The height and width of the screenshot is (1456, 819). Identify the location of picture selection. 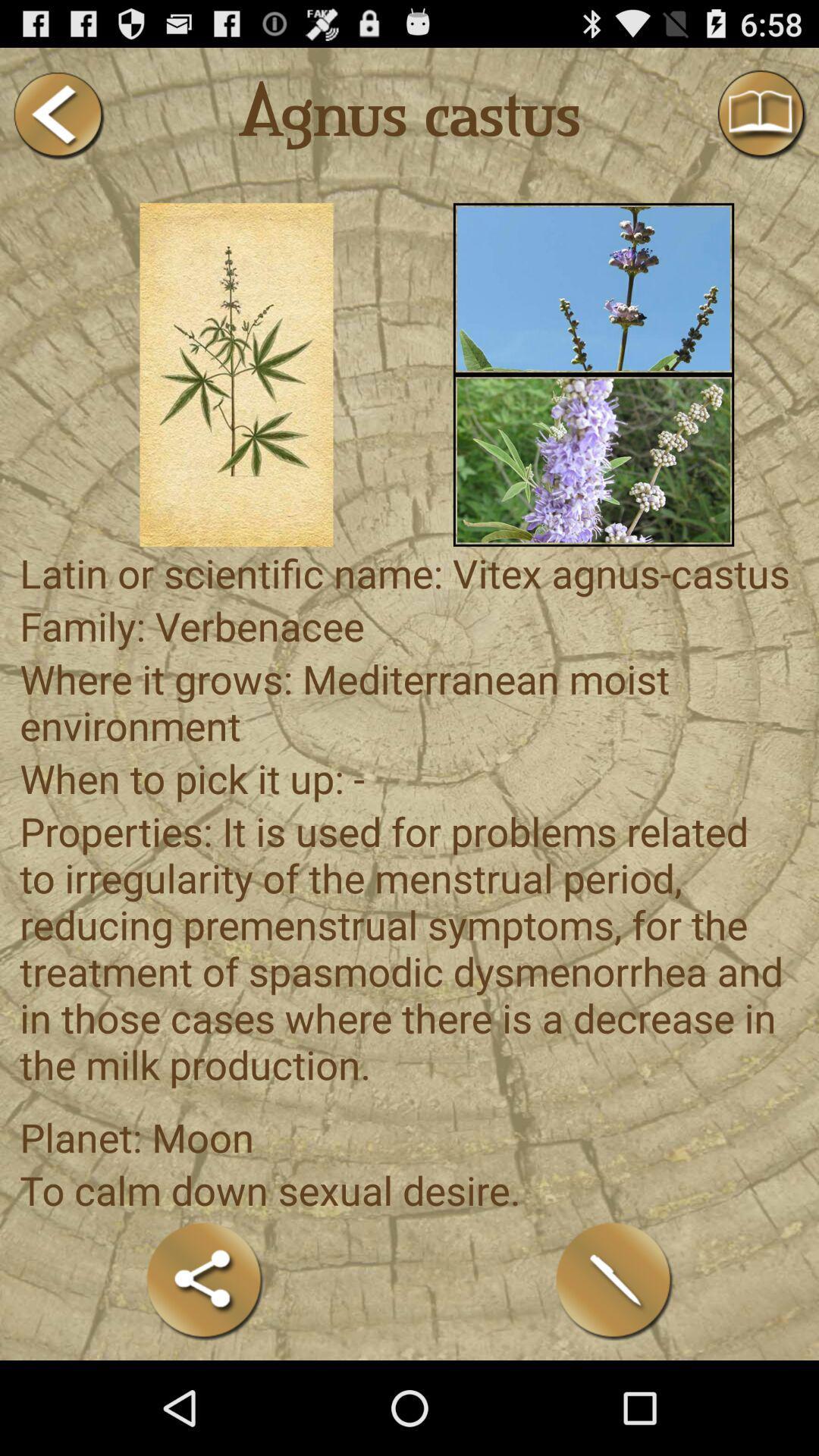
(237, 375).